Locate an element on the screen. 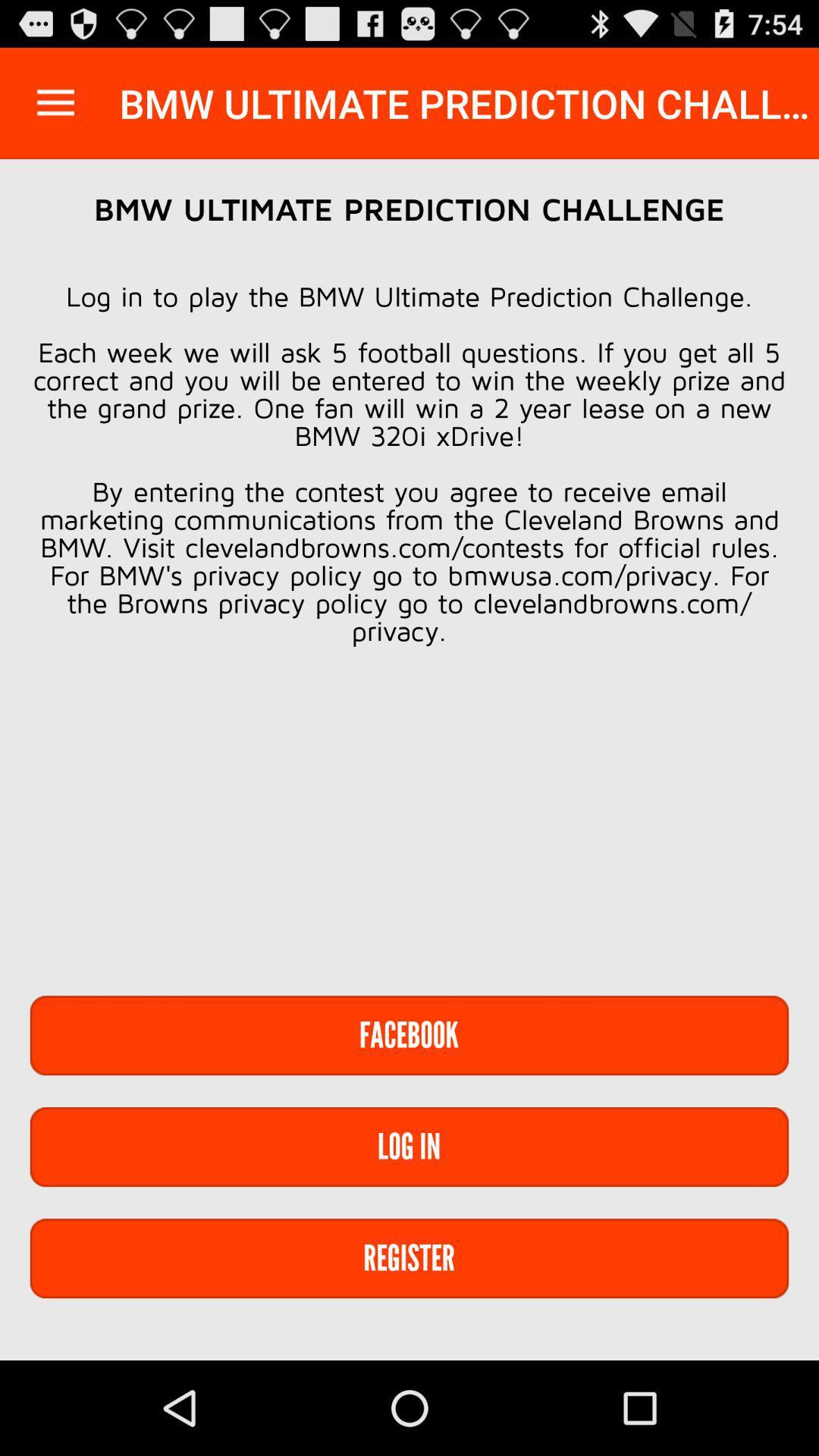 The width and height of the screenshot is (819, 1456). the item next to the bmw ultimate prediction item is located at coordinates (55, 102).